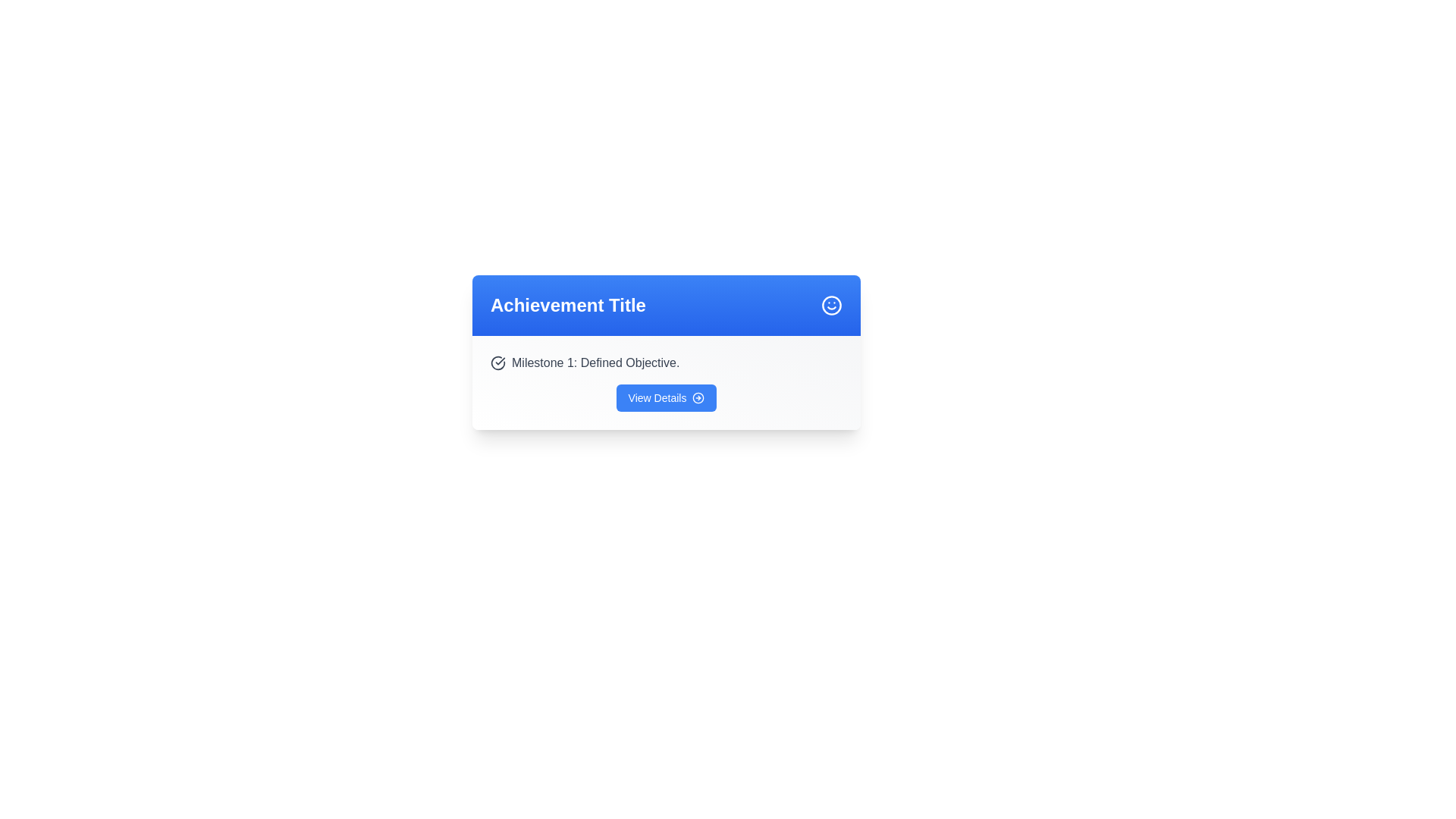 The image size is (1456, 819). Describe the element at coordinates (698, 397) in the screenshot. I see `the blue circular SVG element located inside the rightward-pointing arrow icon, which is positioned to the right of the 'View Details' button` at that location.